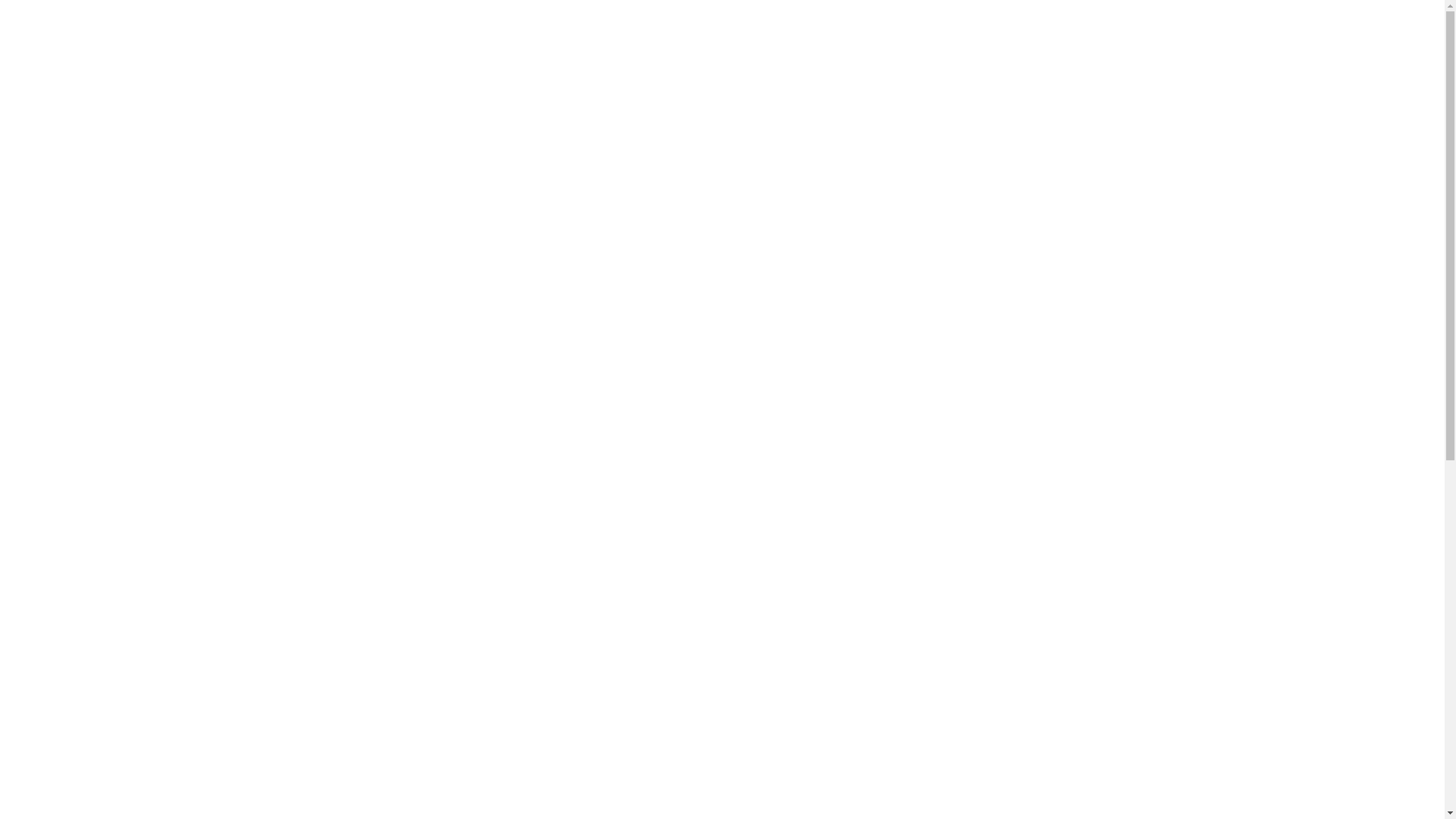  Describe the element at coordinates (927, 90) in the screenshot. I see `'FAQ'` at that location.